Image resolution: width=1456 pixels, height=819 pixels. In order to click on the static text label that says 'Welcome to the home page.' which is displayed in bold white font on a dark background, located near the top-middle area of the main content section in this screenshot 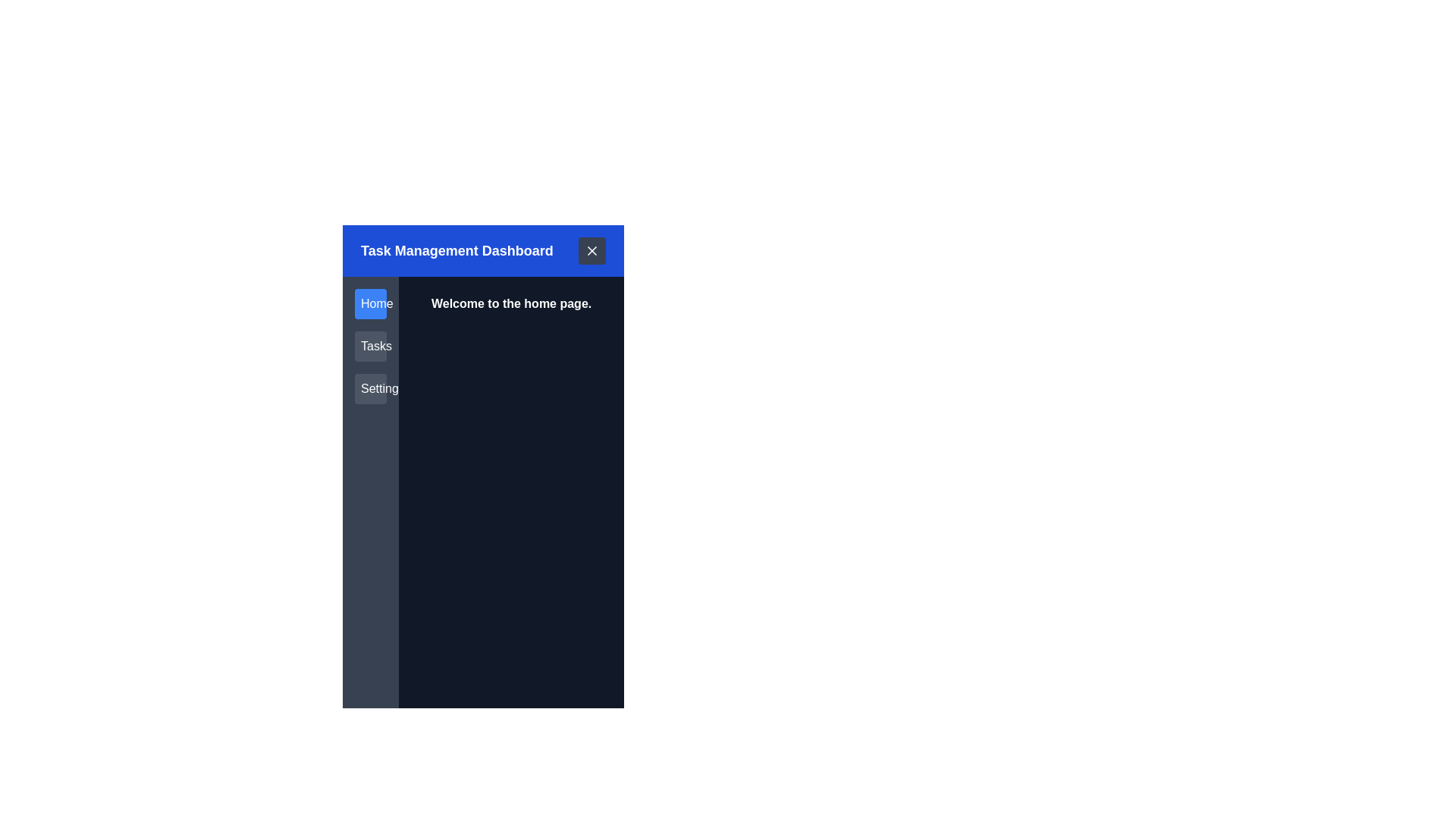, I will do `click(511, 304)`.